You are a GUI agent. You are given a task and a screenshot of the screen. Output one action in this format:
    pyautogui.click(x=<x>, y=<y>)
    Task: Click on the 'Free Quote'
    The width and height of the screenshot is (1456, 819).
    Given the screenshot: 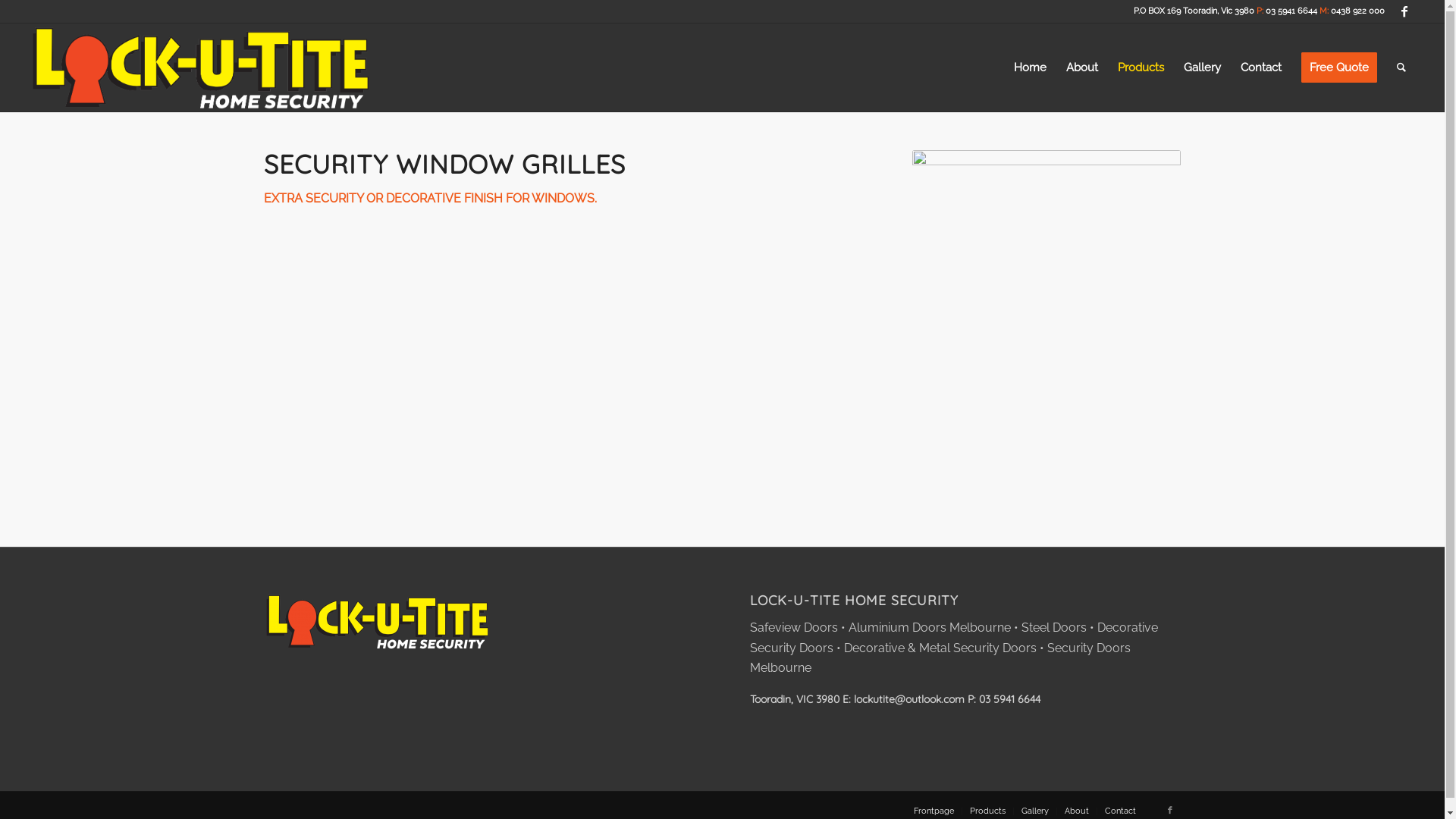 What is the action you would take?
    pyautogui.click(x=1339, y=66)
    